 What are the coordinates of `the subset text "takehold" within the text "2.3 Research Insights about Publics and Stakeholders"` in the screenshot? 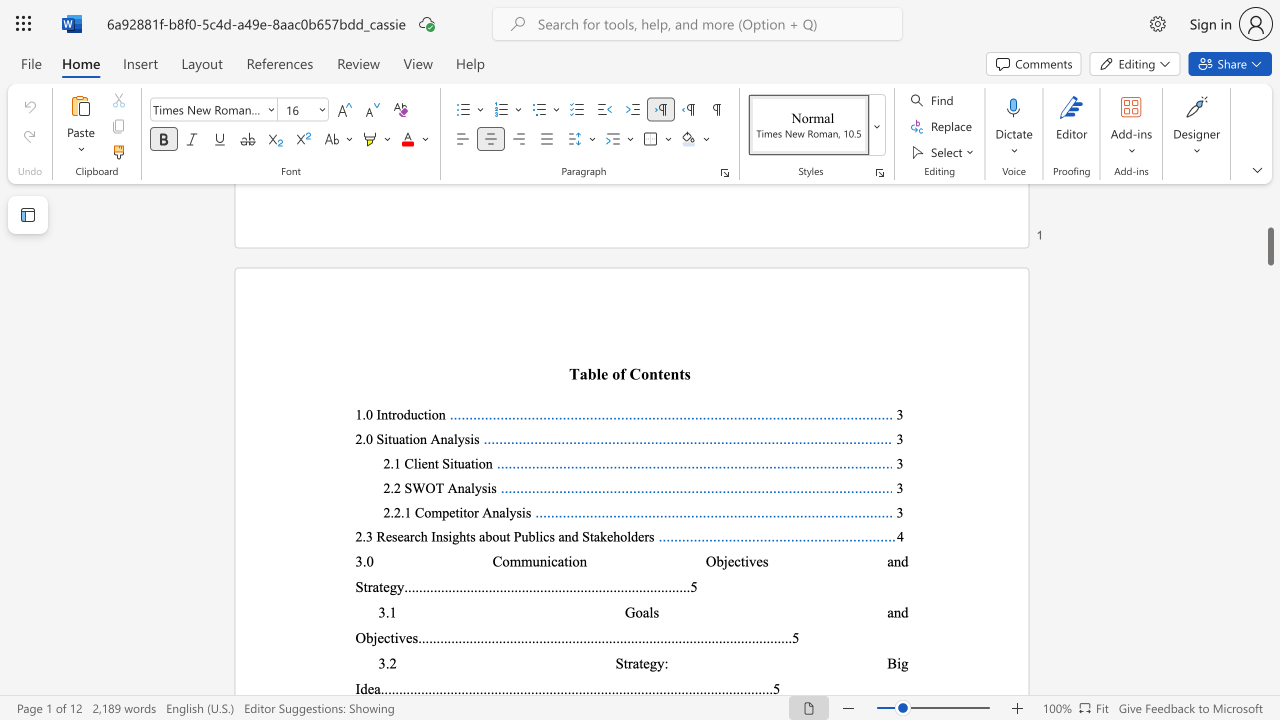 It's located at (588, 535).